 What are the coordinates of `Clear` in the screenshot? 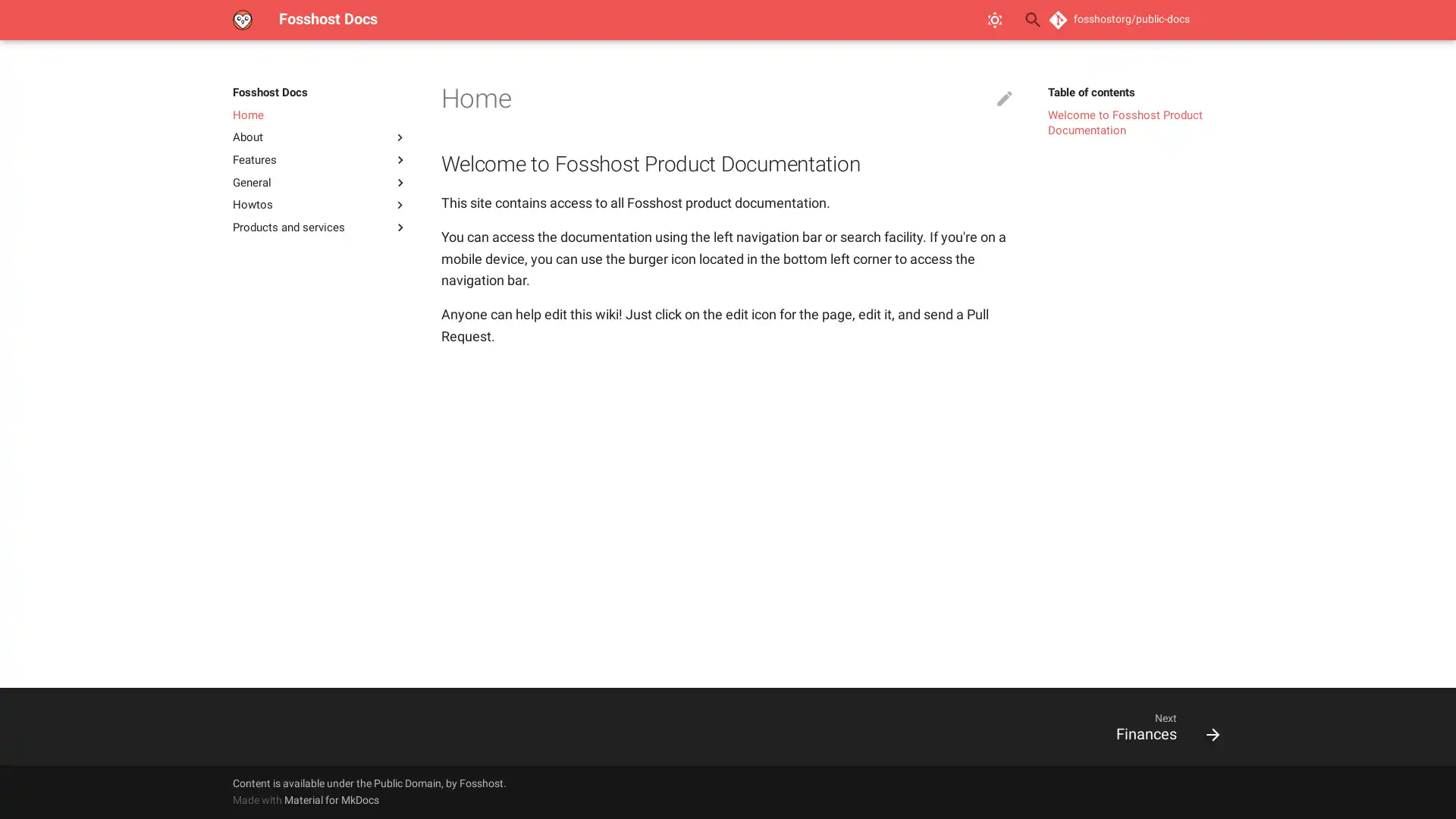 It's located at (996, 20).